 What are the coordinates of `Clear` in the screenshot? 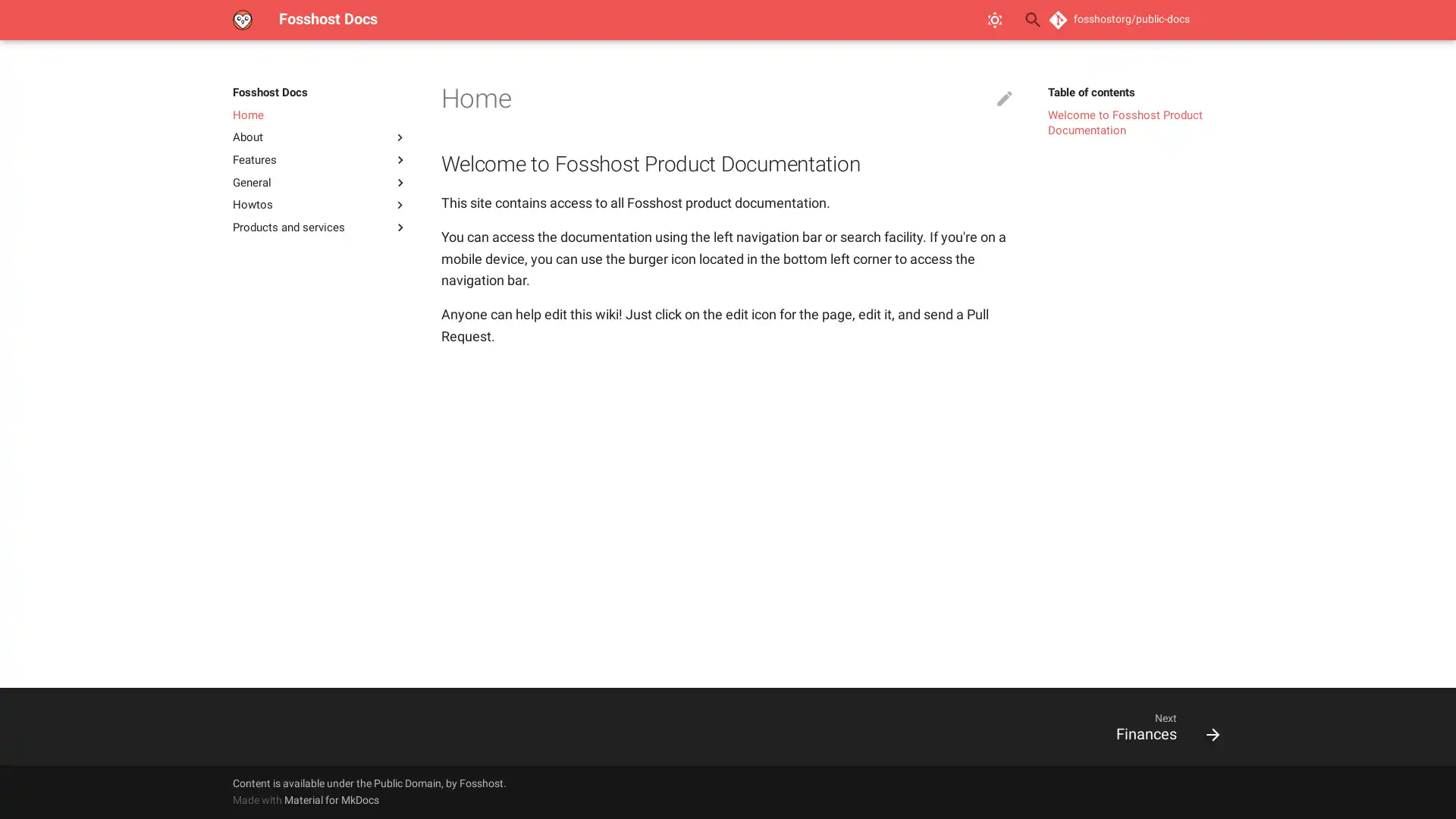 It's located at (996, 20).